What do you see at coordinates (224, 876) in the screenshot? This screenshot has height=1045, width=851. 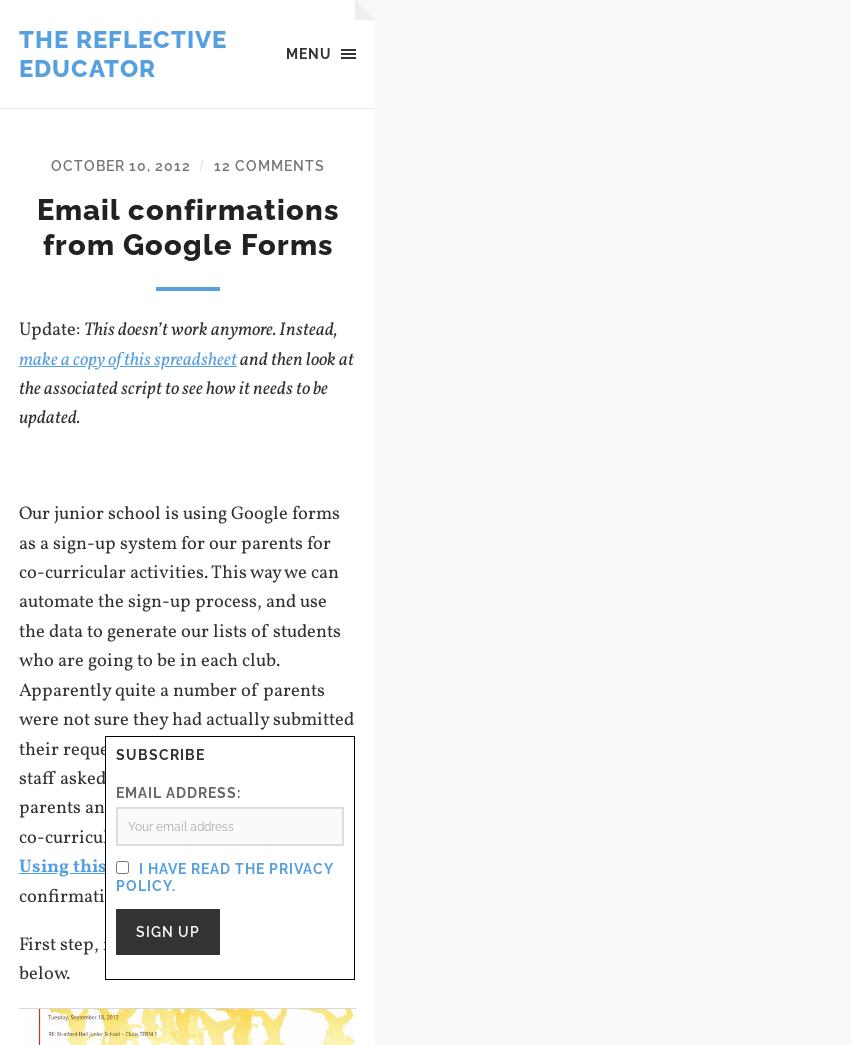 I see `'I have read the privacy policy.'` at bounding box center [224, 876].